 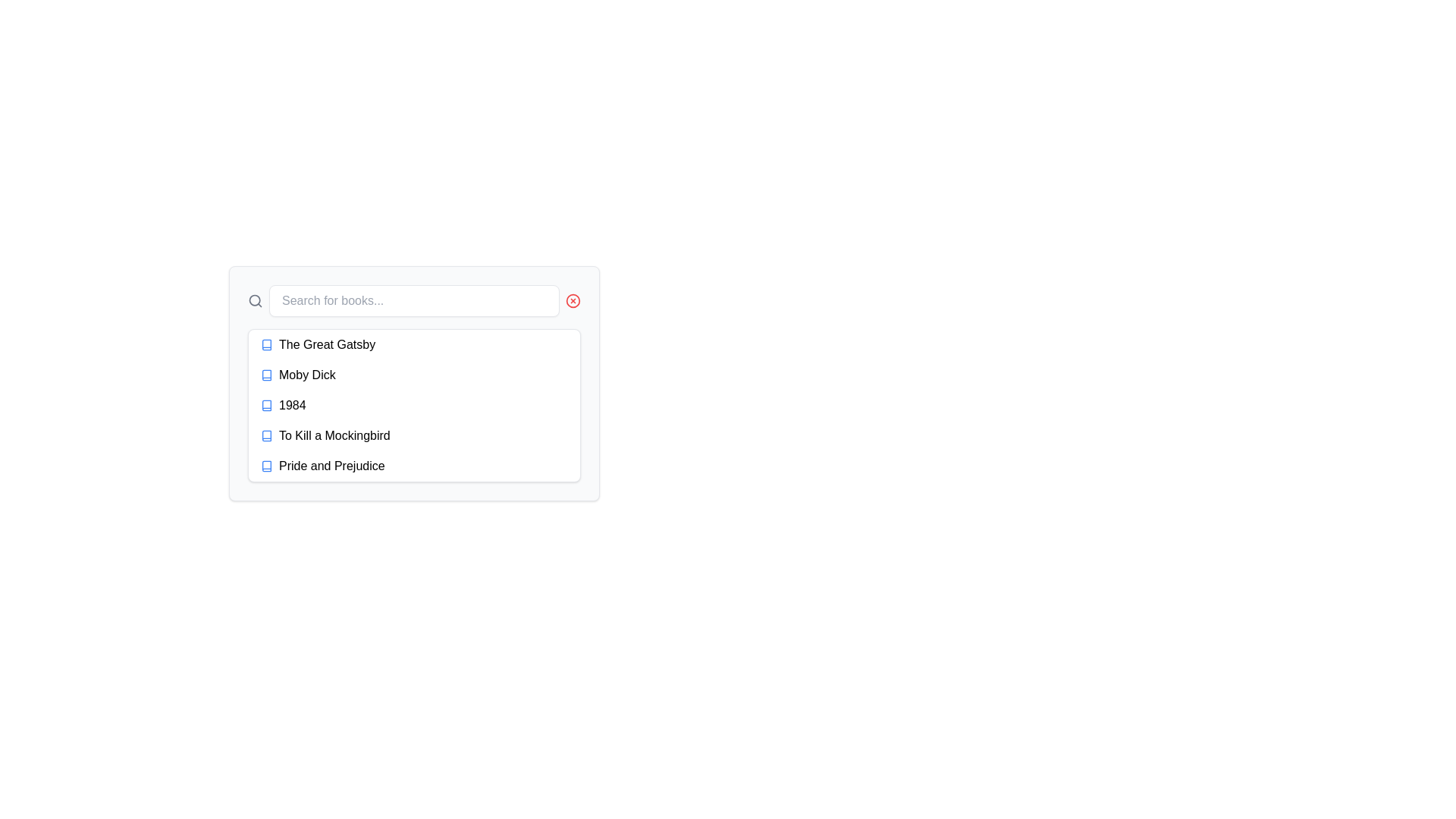 What do you see at coordinates (266, 345) in the screenshot?
I see `the decorative book-related icon located to the left of 'The Great Gatsby' label in the list of books` at bounding box center [266, 345].